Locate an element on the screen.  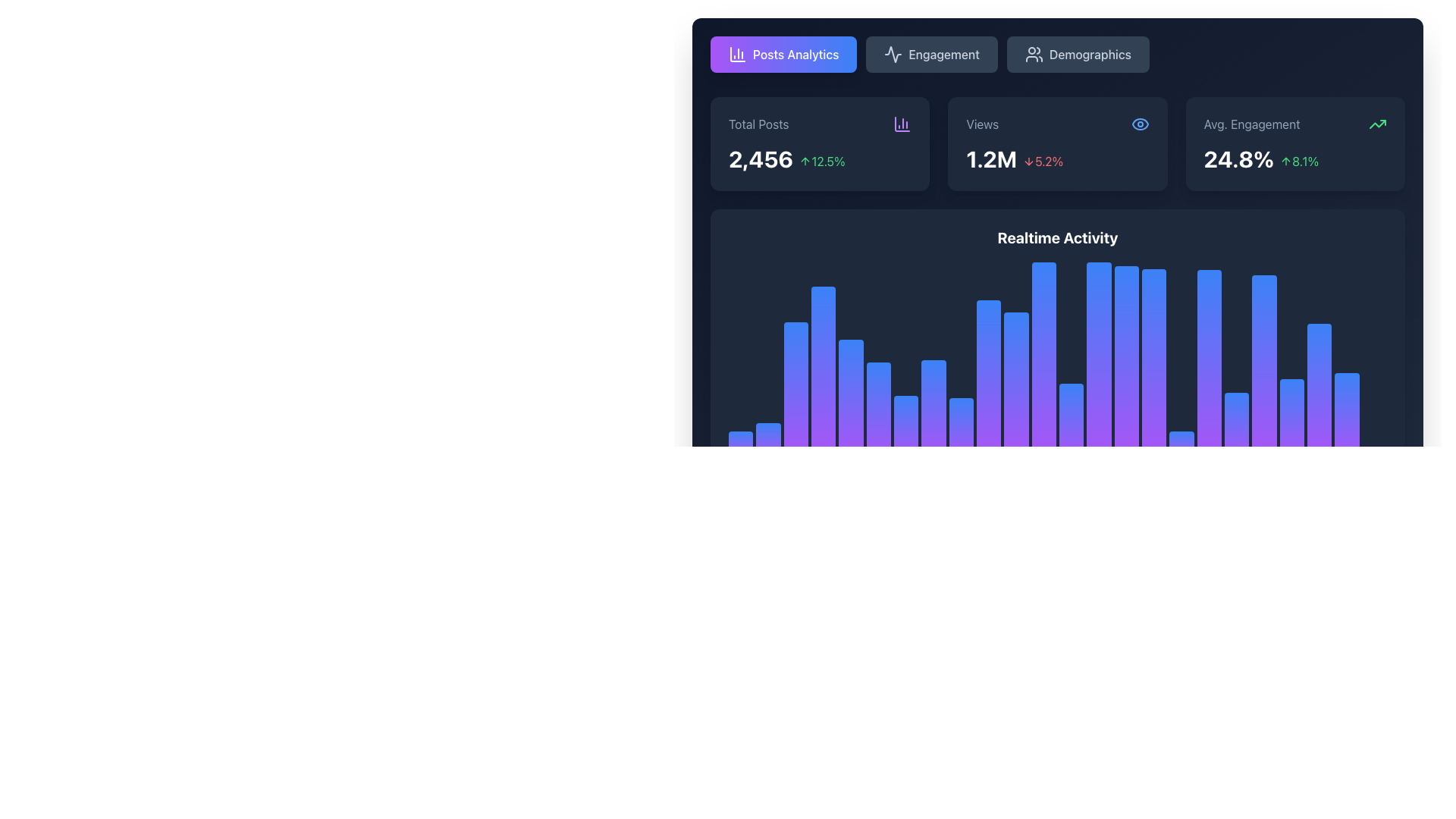
the informational card that displays total views and percentage change, located in the top row between the 'Total Posts' and 'Avg. Engagement' cards is located at coordinates (1057, 143).